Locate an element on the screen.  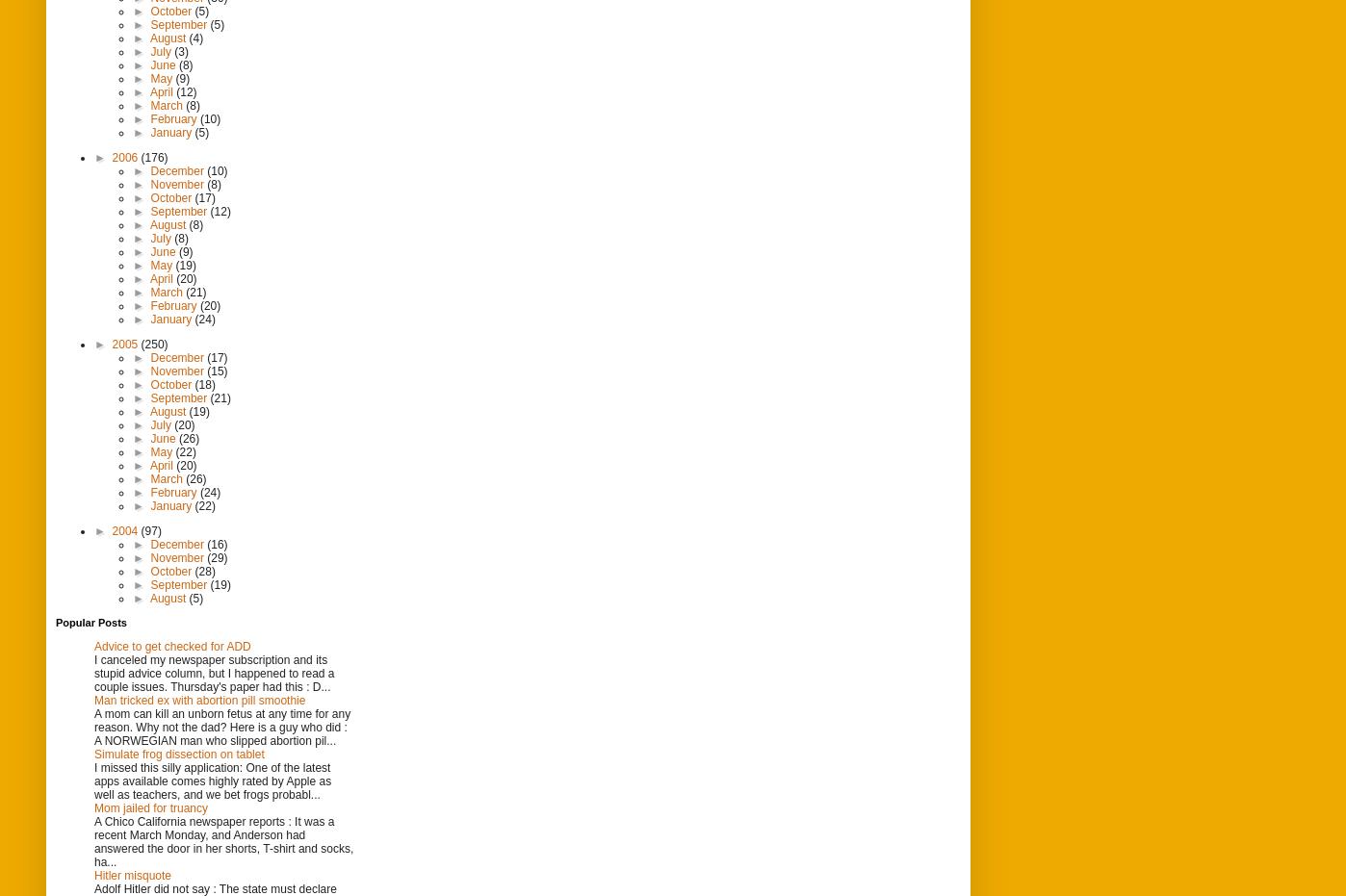
'A Chico California newspaper reports : It was a recent March Monday, and Anderson had answered the door in her shorts, T-shirt and socks, ha...' is located at coordinates (223, 841).